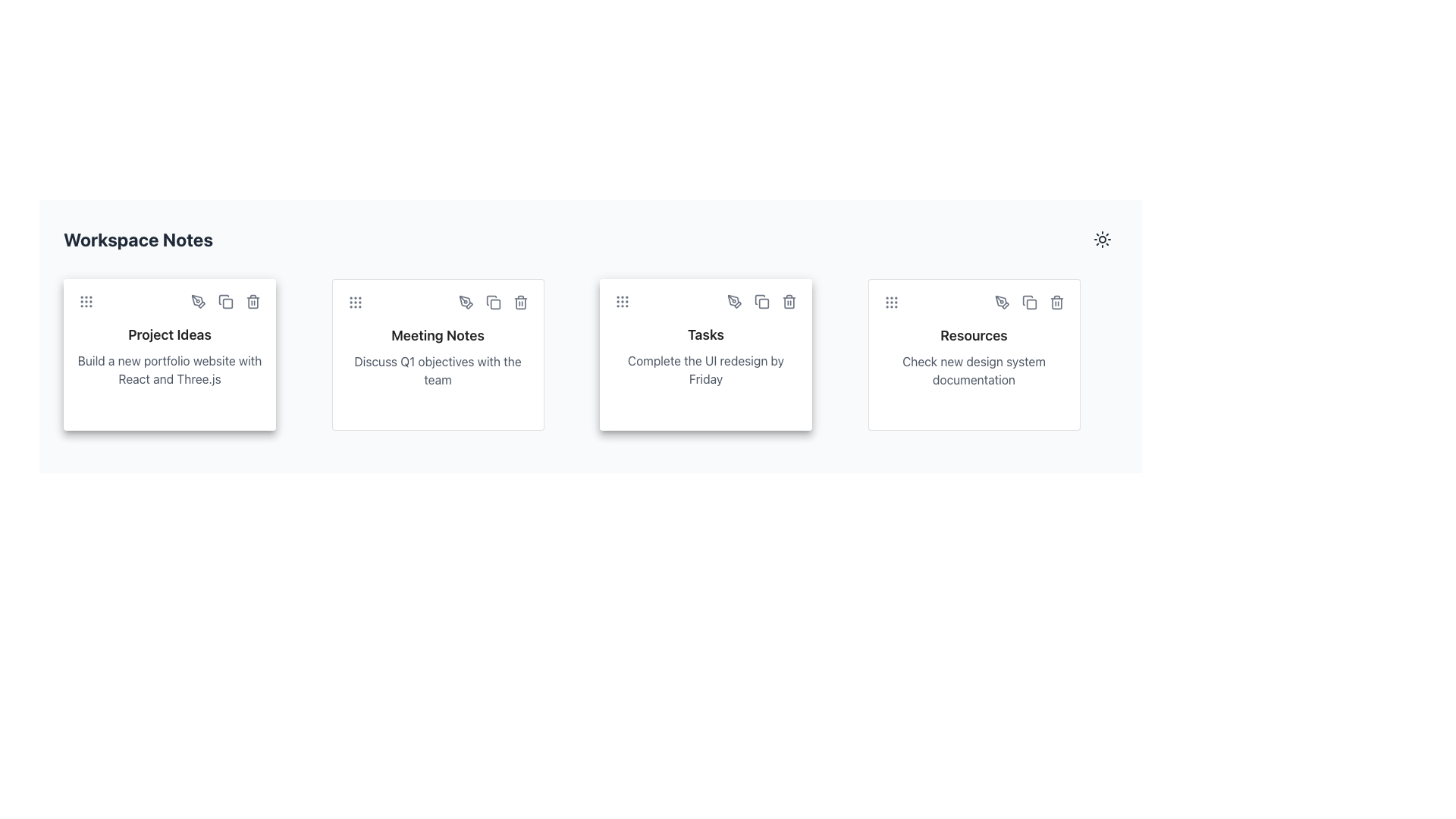  I want to click on the sun icon button located at the top-right corner of the UI, so click(1103, 239).